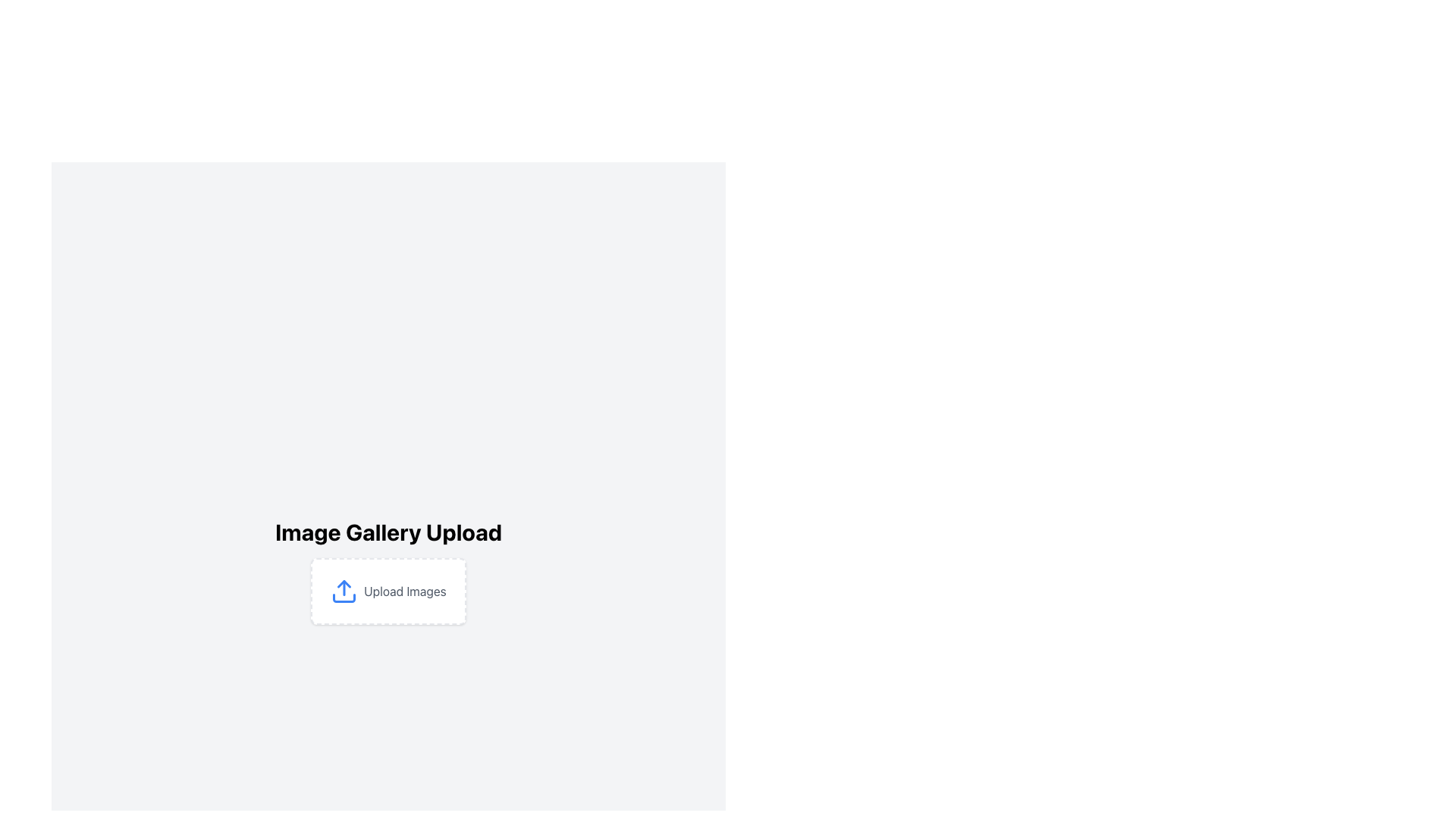 The width and height of the screenshot is (1456, 819). I want to click on the tray icon located at the bottom of the 'Upload Images' button, which features an upward arrow above it, so click(344, 598).